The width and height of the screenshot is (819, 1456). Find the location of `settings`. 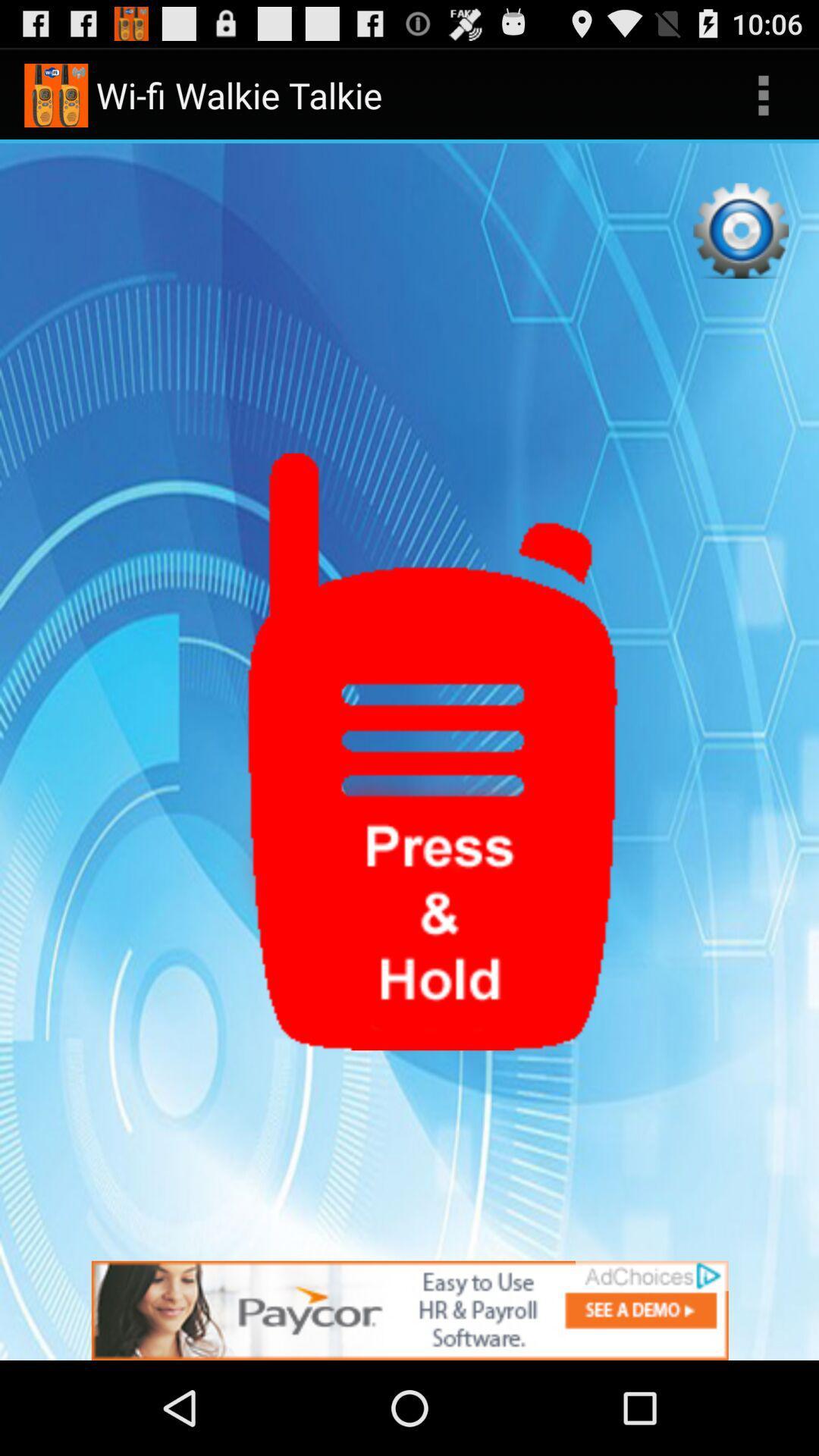

settings is located at coordinates (740, 230).